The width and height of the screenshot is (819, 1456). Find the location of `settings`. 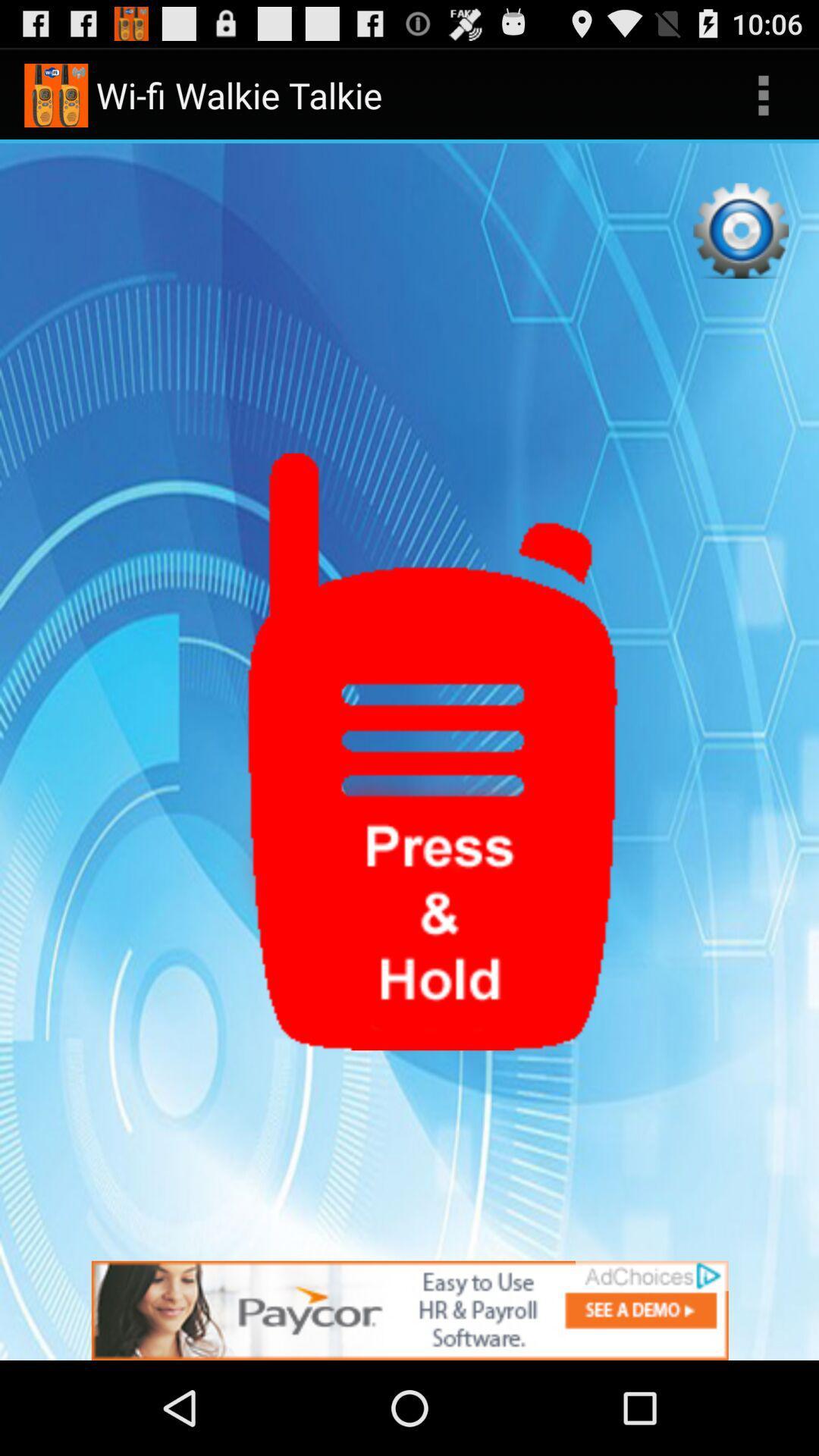

settings is located at coordinates (740, 230).